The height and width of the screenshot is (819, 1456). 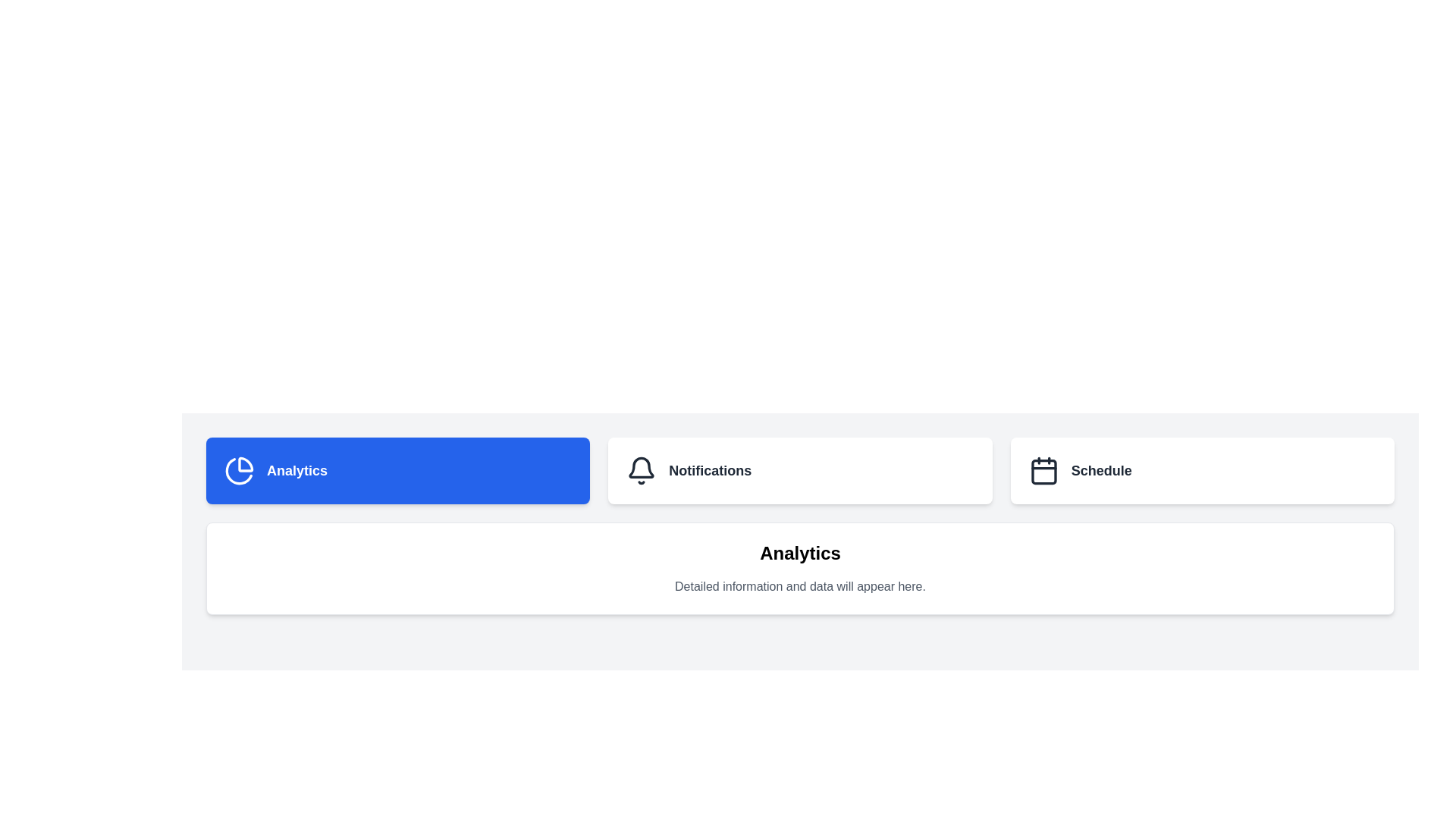 I want to click on the 'Analytics' button, which is the first button in a horizontal list of interactive buttons, so click(x=398, y=470).